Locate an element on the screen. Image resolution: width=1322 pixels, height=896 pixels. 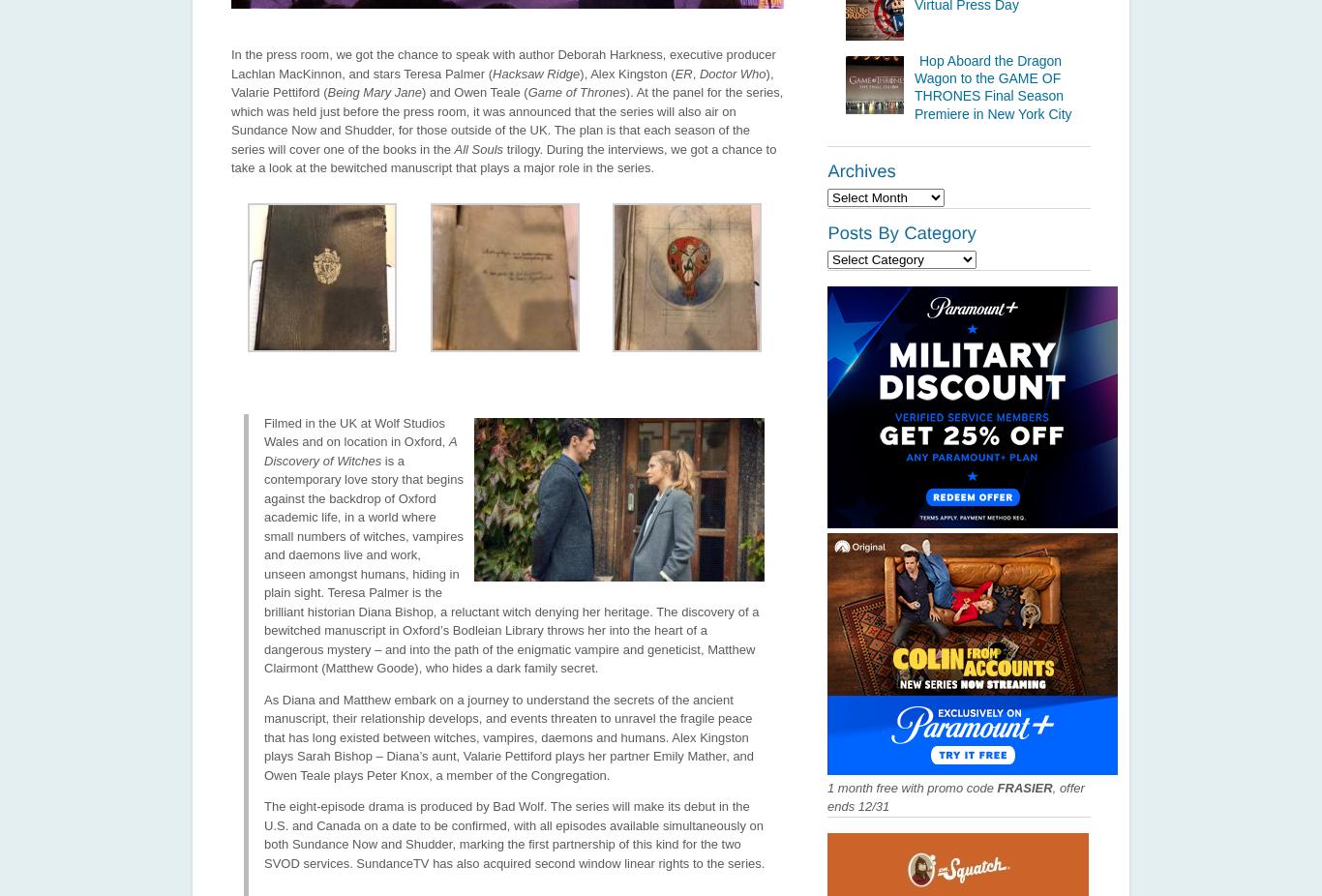
'ER' is located at coordinates (682, 72).